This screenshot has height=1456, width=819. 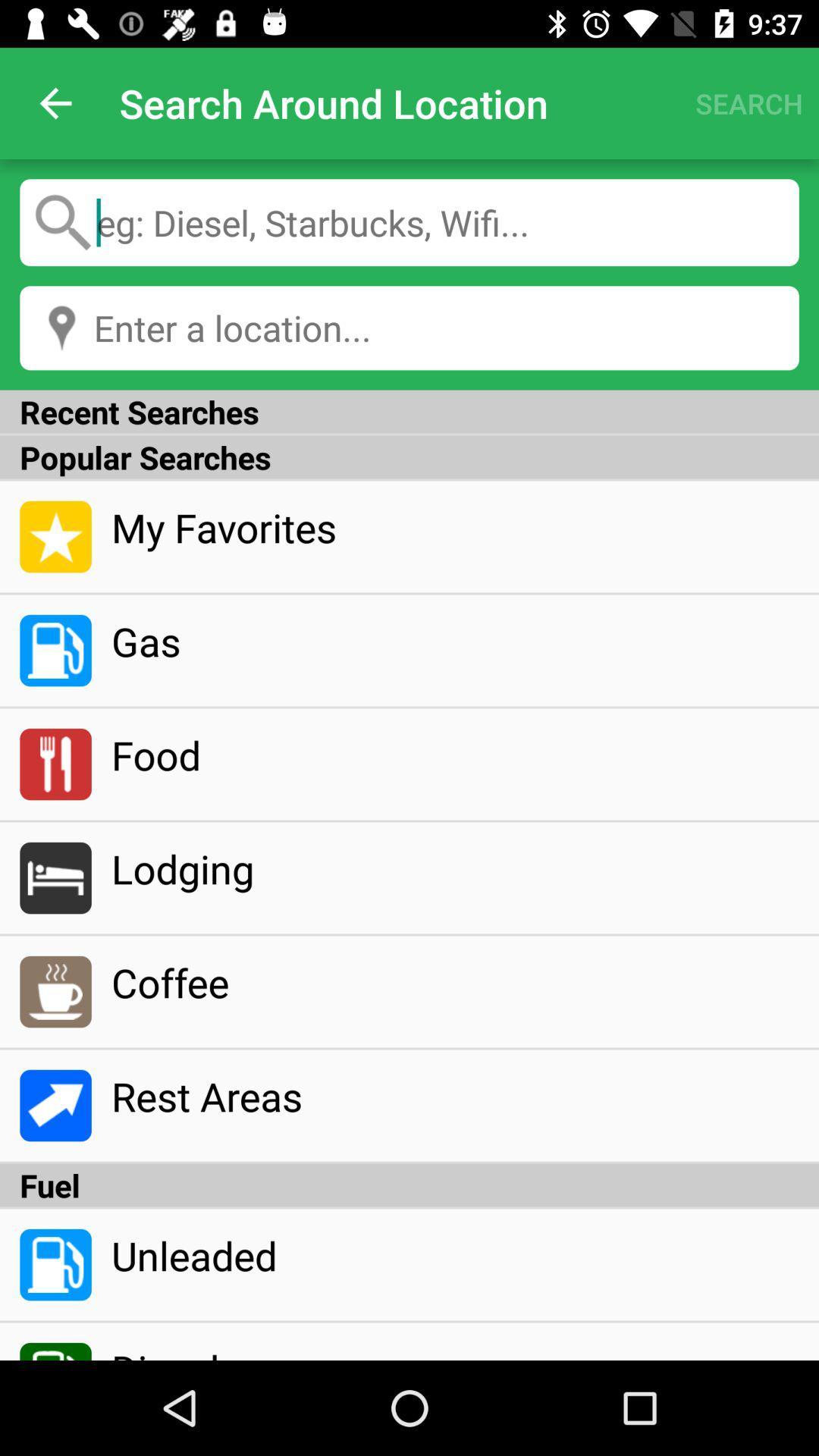 What do you see at coordinates (55, 102) in the screenshot?
I see `item to the left of search around location` at bounding box center [55, 102].